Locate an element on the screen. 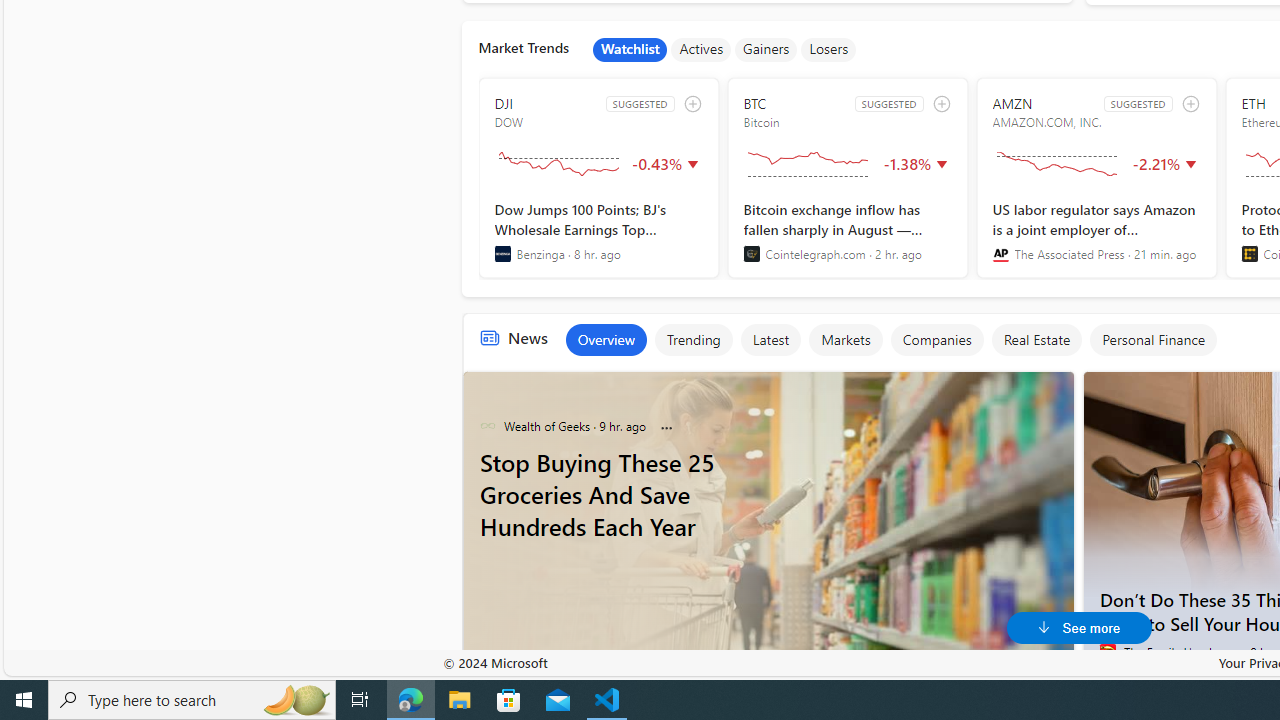  'Losers' is located at coordinates (829, 49).